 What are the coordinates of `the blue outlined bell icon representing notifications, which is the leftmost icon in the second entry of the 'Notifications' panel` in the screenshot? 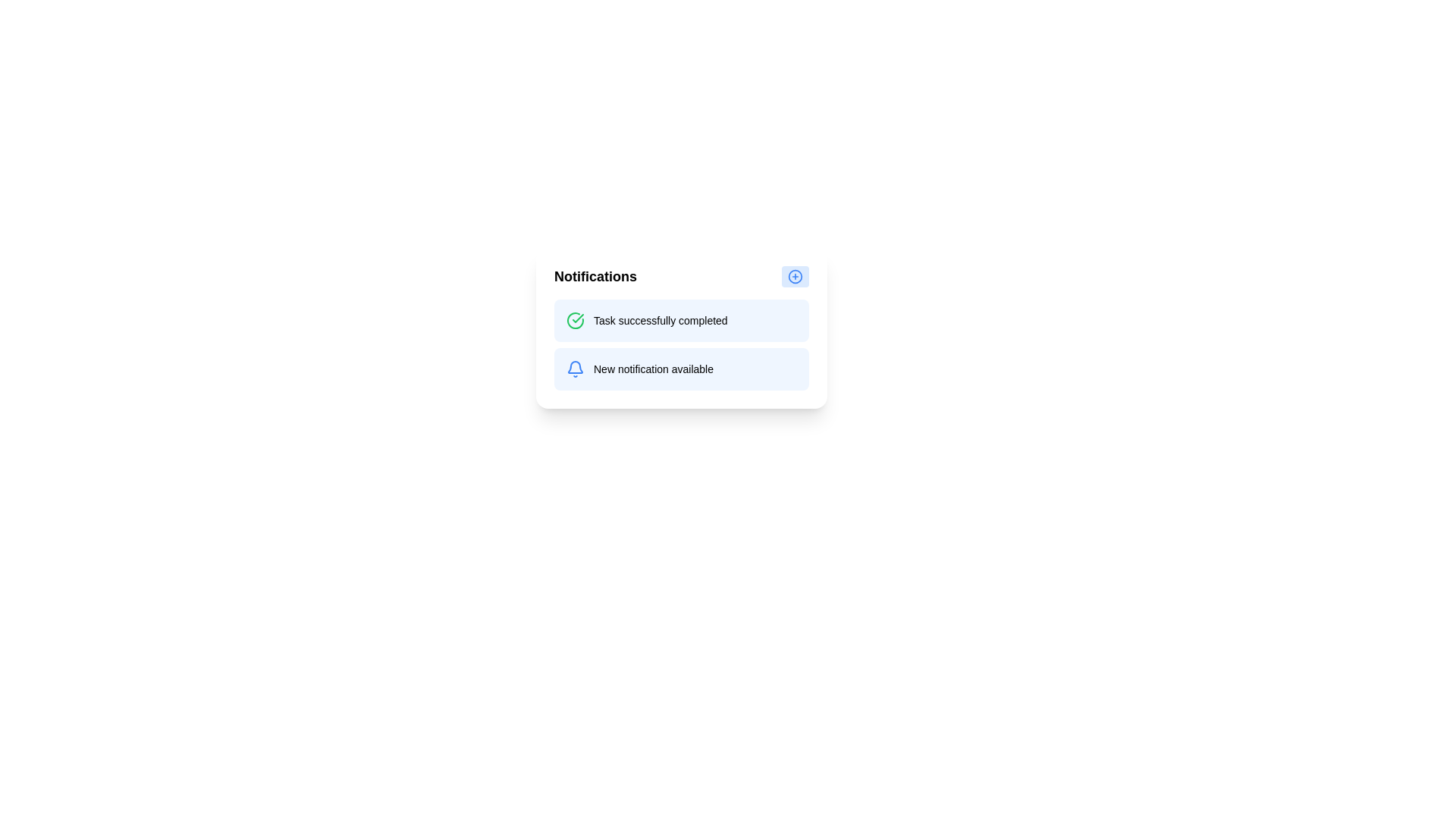 It's located at (574, 369).